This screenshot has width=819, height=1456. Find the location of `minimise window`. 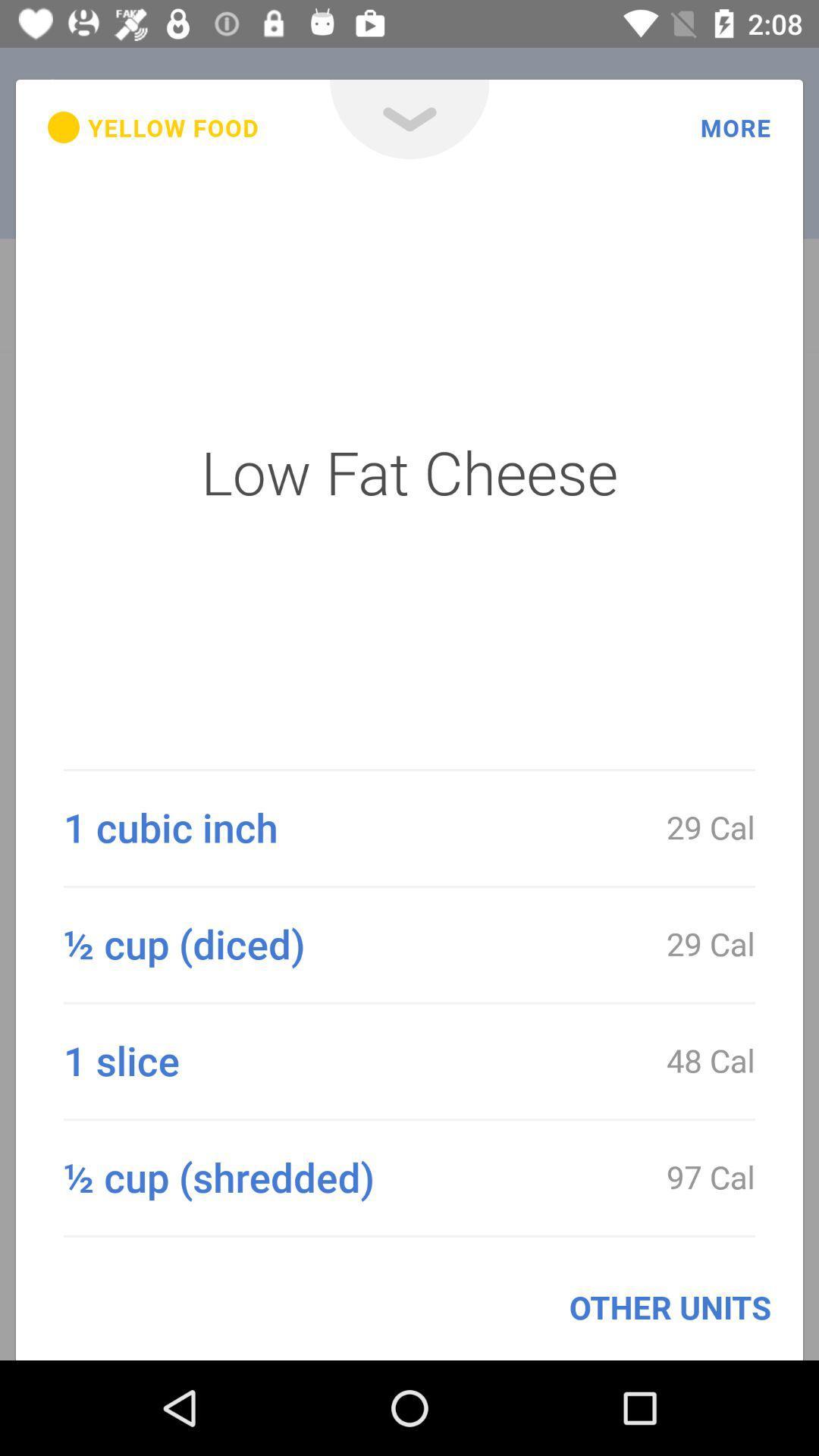

minimise window is located at coordinates (409, 118).